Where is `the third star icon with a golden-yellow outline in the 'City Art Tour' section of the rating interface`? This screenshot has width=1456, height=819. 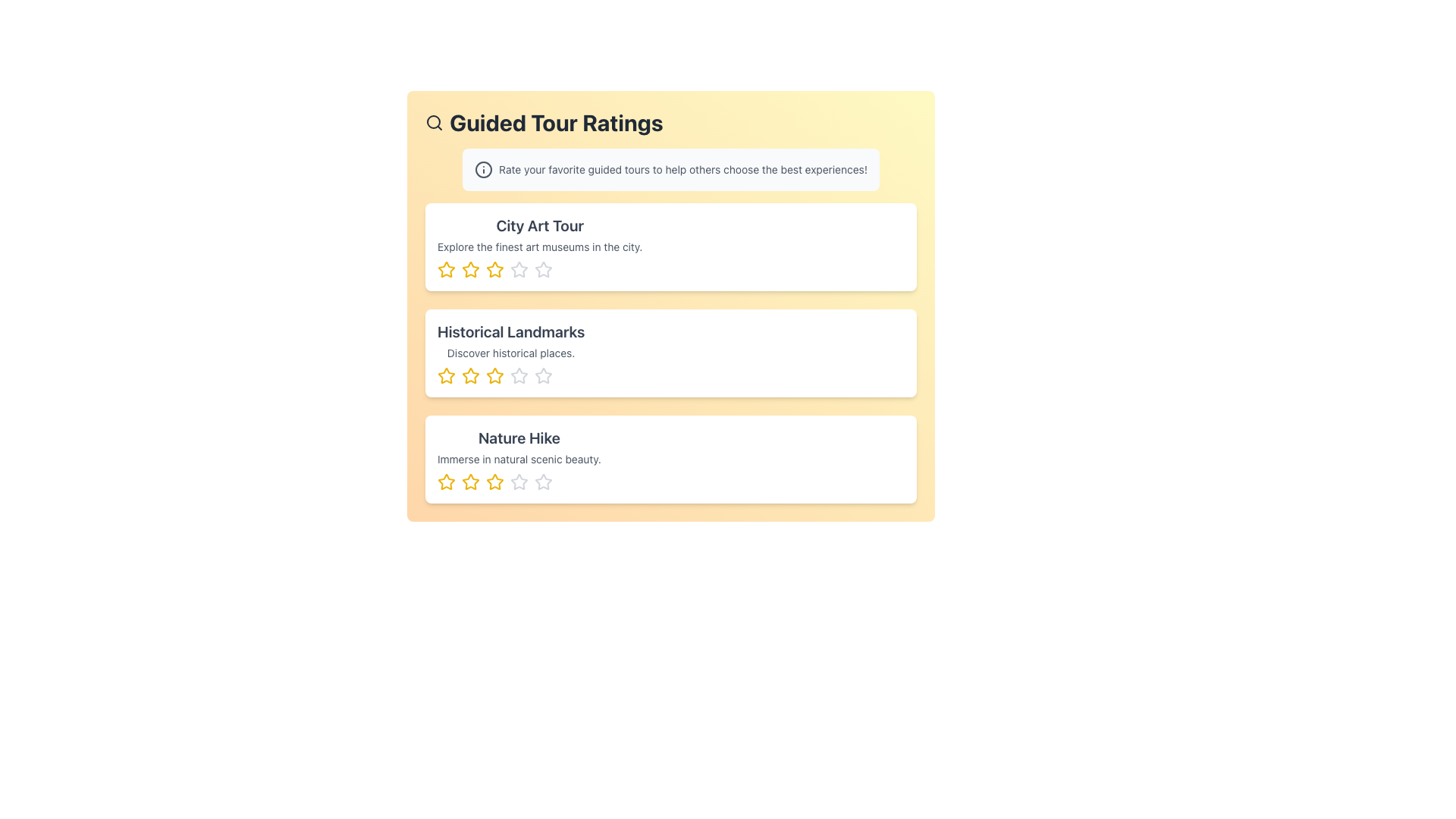 the third star icon with a golden-yellow outline in the 'City Art Tour' section of the rating interface is located at coordinates (494, 268).